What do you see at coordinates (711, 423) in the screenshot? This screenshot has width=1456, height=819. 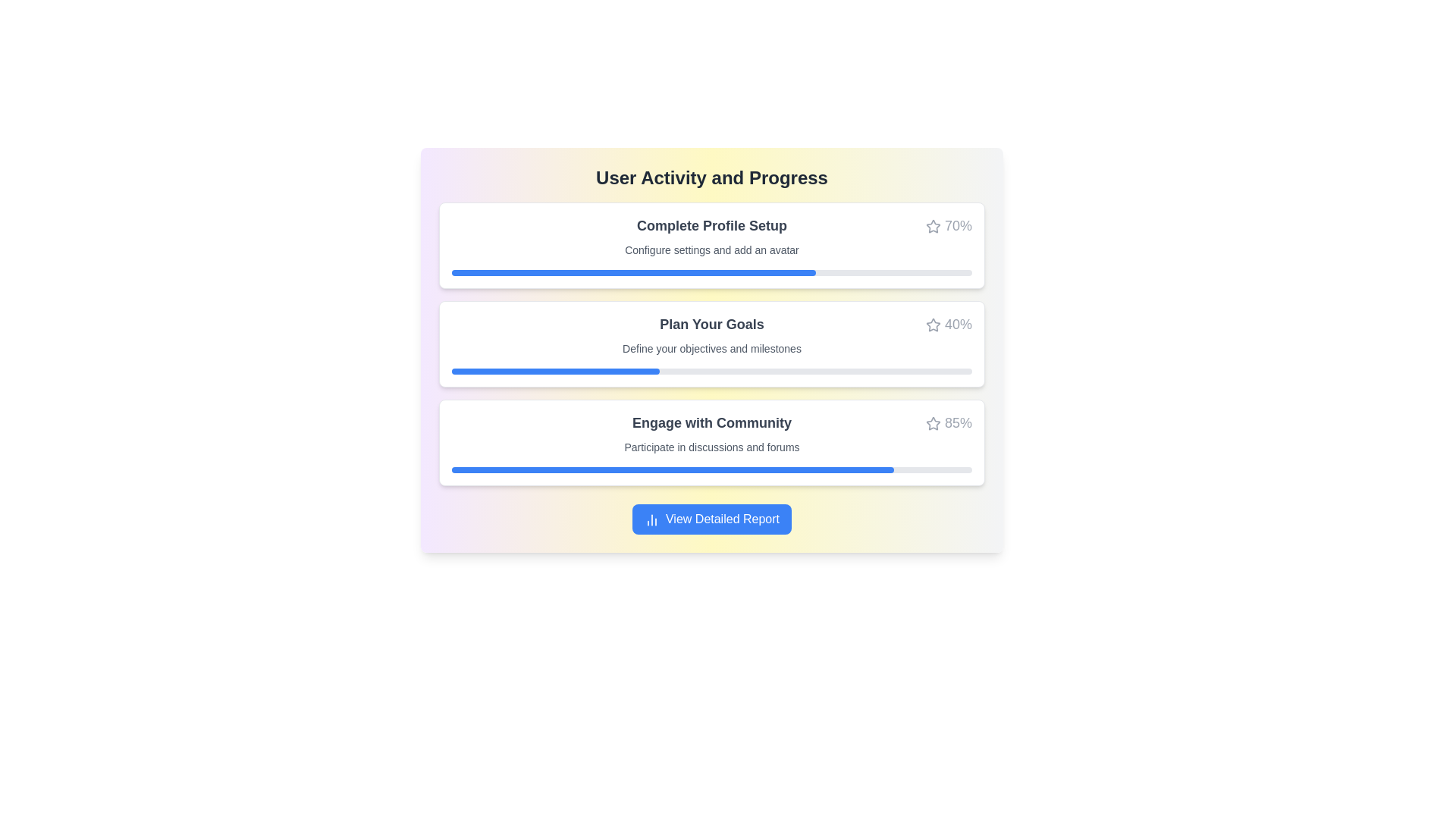 I see `text heading 'Engage with Community' displayed prominently in a large, bold font within the third white card from the top` at bounding box center [711, 423].